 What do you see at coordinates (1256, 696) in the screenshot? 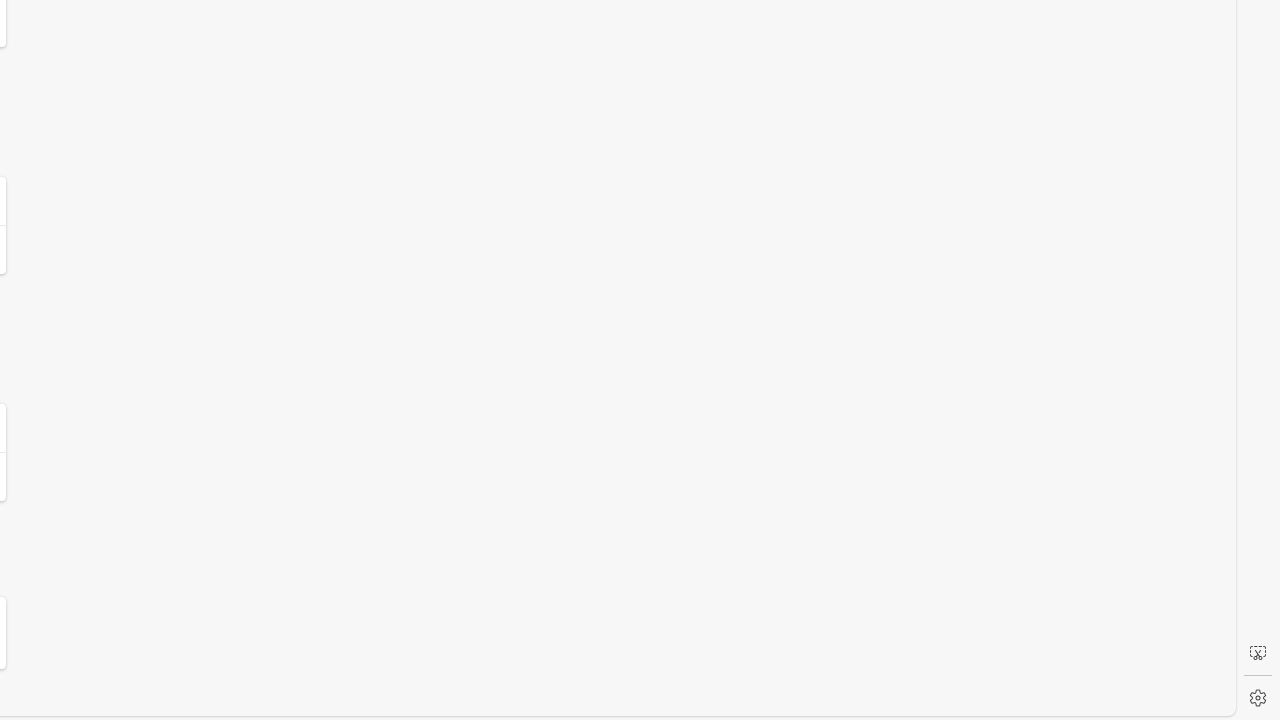
I see `'Settings'` at bounding box center [1256, 696].